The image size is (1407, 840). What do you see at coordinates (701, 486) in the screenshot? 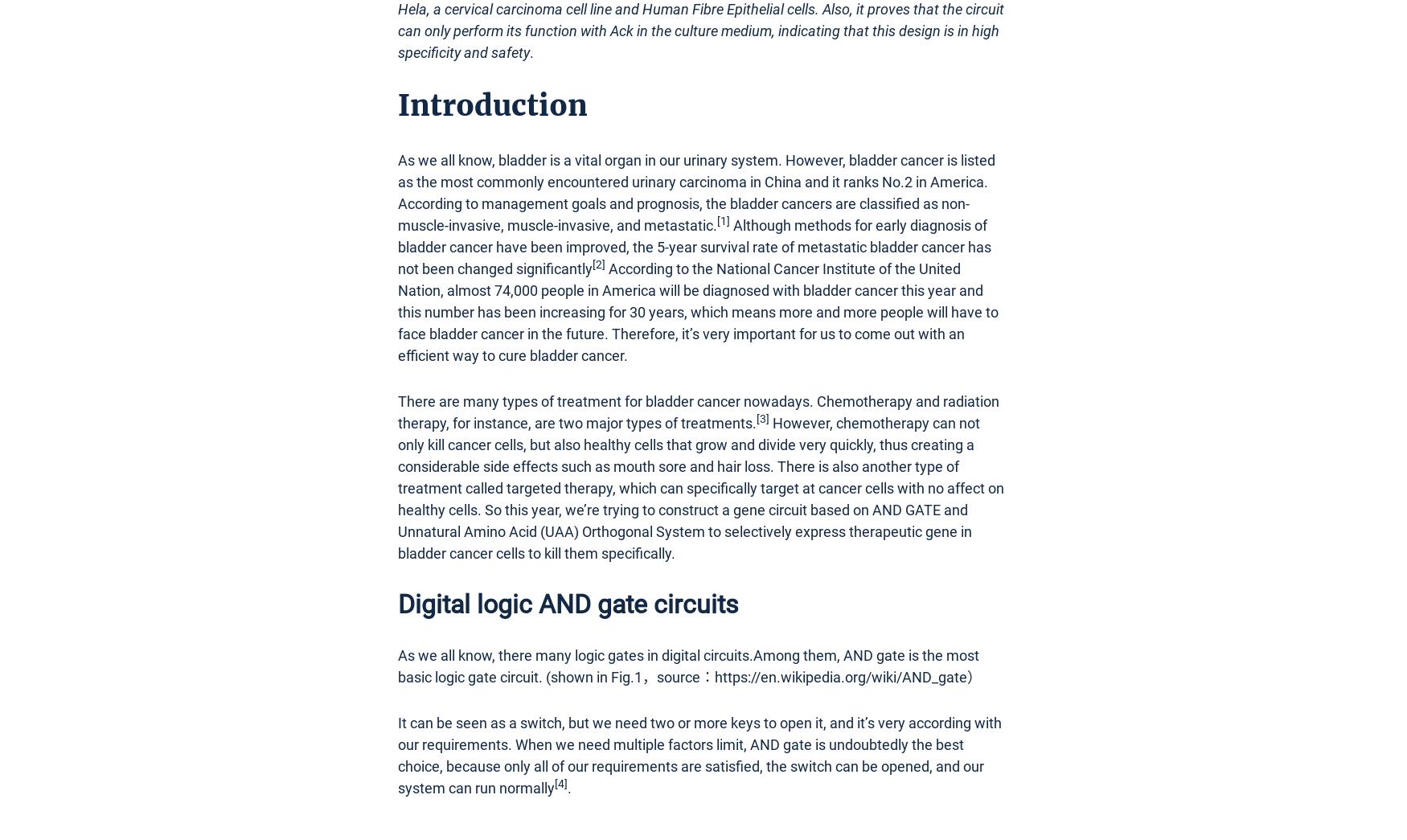
I see `'However, chemotherapy can not only kill cancer cells, but also healthy cells that grow and divide very quickly, thus creating a considerable side effects such as mouth sore and hair loss. There is also another type of treatment called targeted therapy, which can specifically target at cancer cells with no affect on healthy cells. So this year, we’re trying to construct a gene circuit based on AND GATE and Unnatural Amino Acid (UAA) Orthogonal System to selectively express therapeutic gene in bladder cancer cells to kill them specifically.'` at bounding box center [701, 486].